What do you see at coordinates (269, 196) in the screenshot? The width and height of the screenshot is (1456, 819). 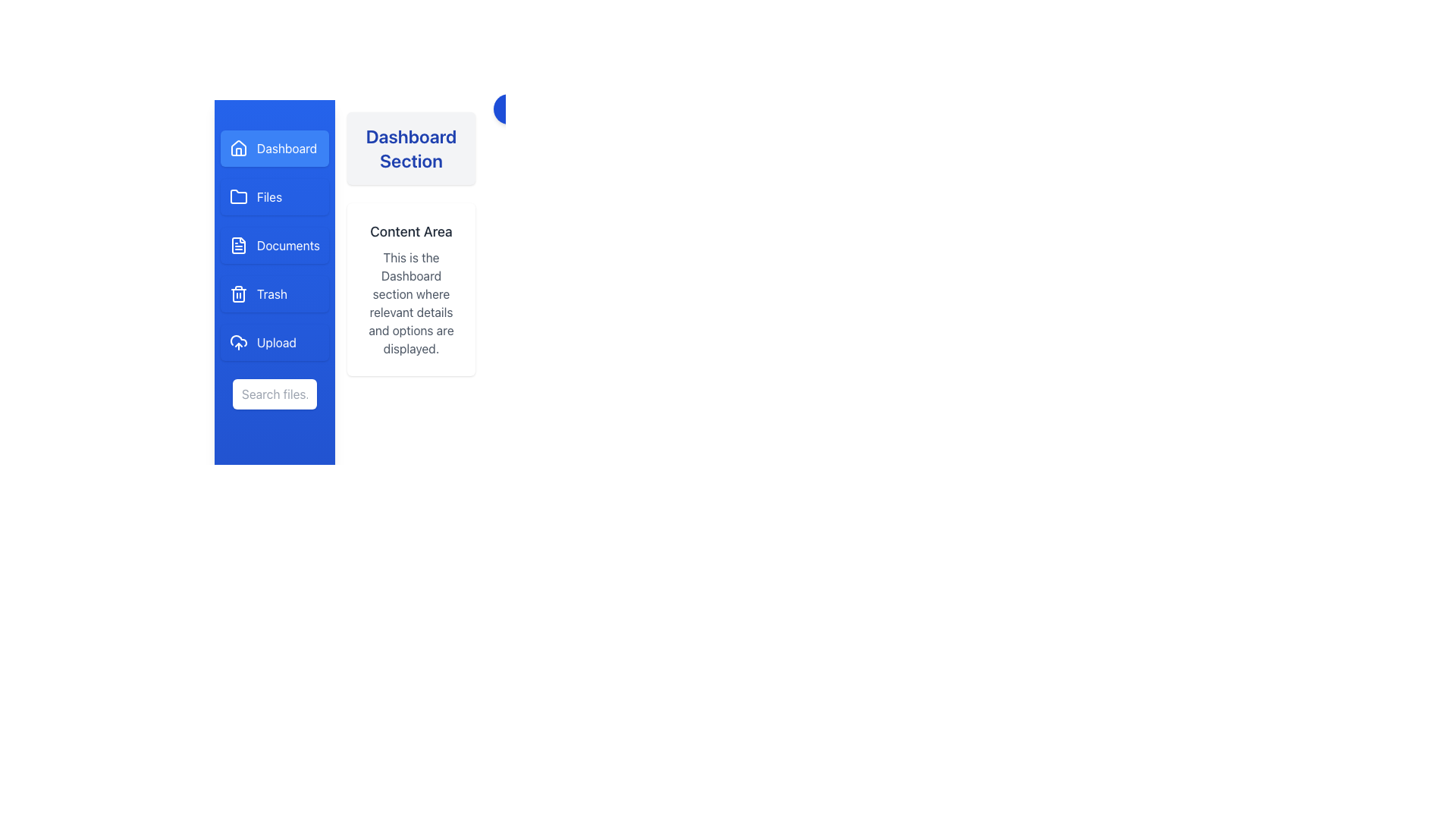 I see `the 'Files' text label located in the vertical navigation menu, directly below the 'Dashboard' and above the 'Documents' item` at bounding box center [269, 196].